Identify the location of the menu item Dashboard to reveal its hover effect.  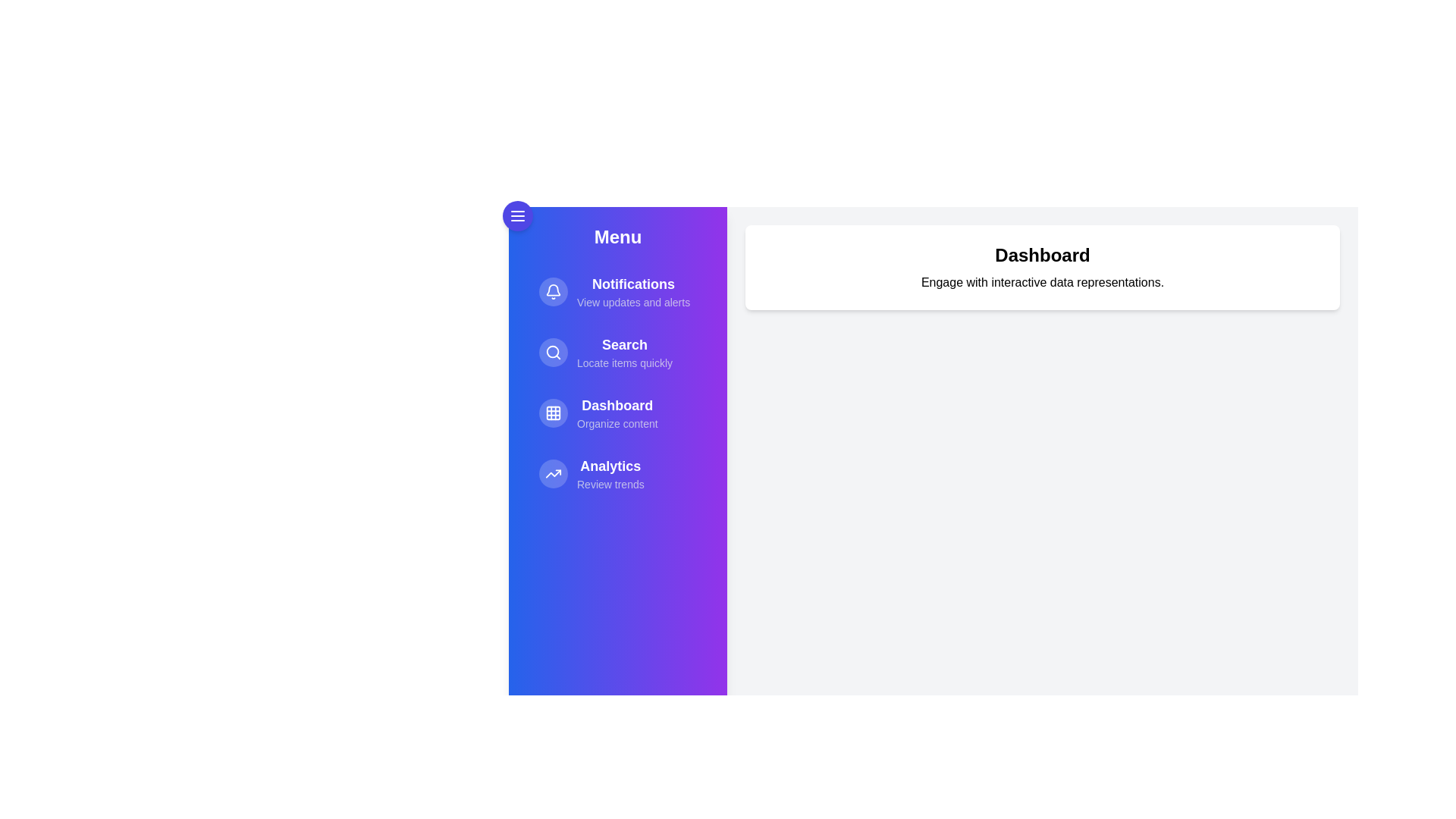
(618, 413).